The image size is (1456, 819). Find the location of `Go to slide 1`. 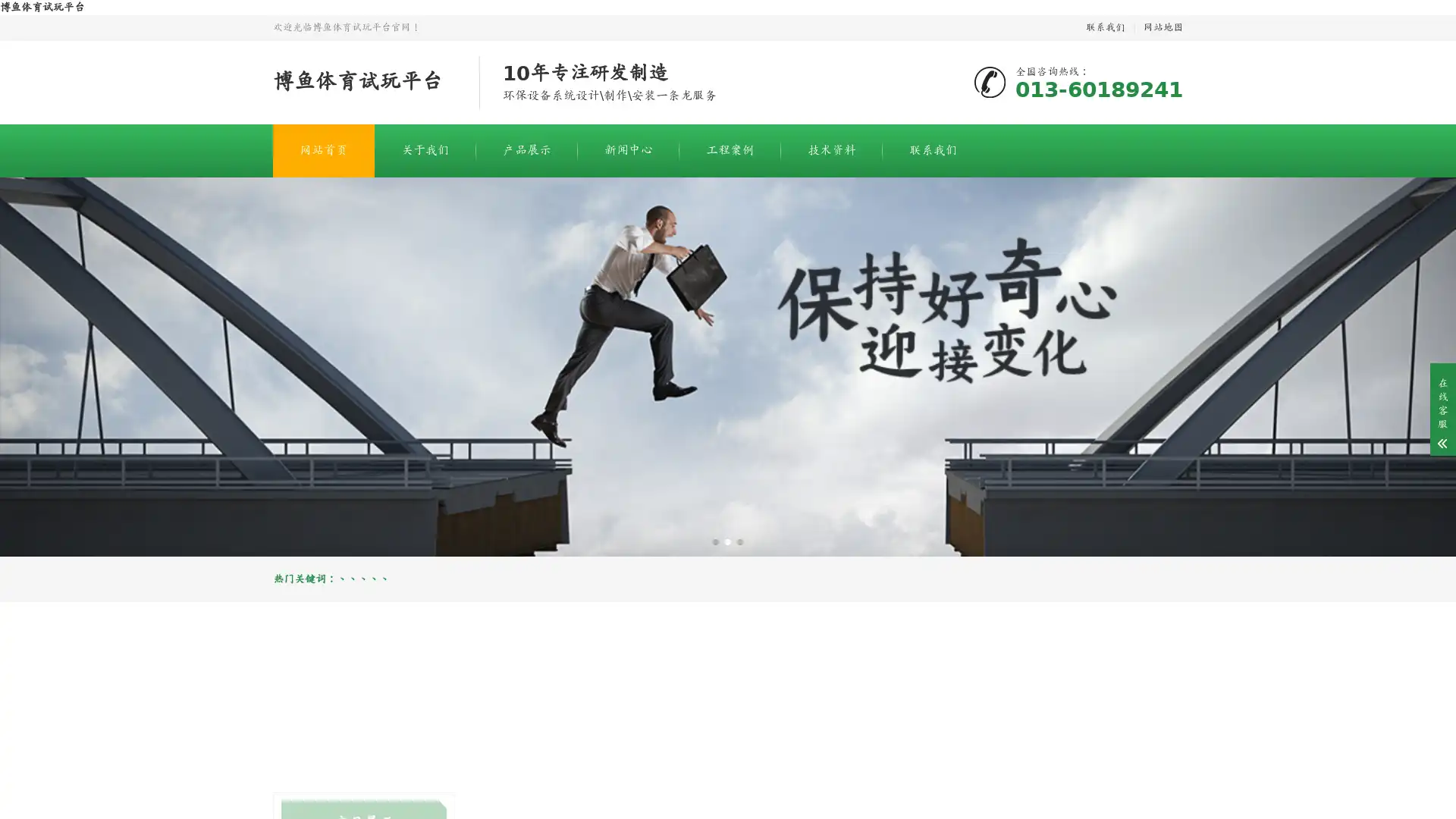

Go to slide 1 is located at coordinates (715, 541).